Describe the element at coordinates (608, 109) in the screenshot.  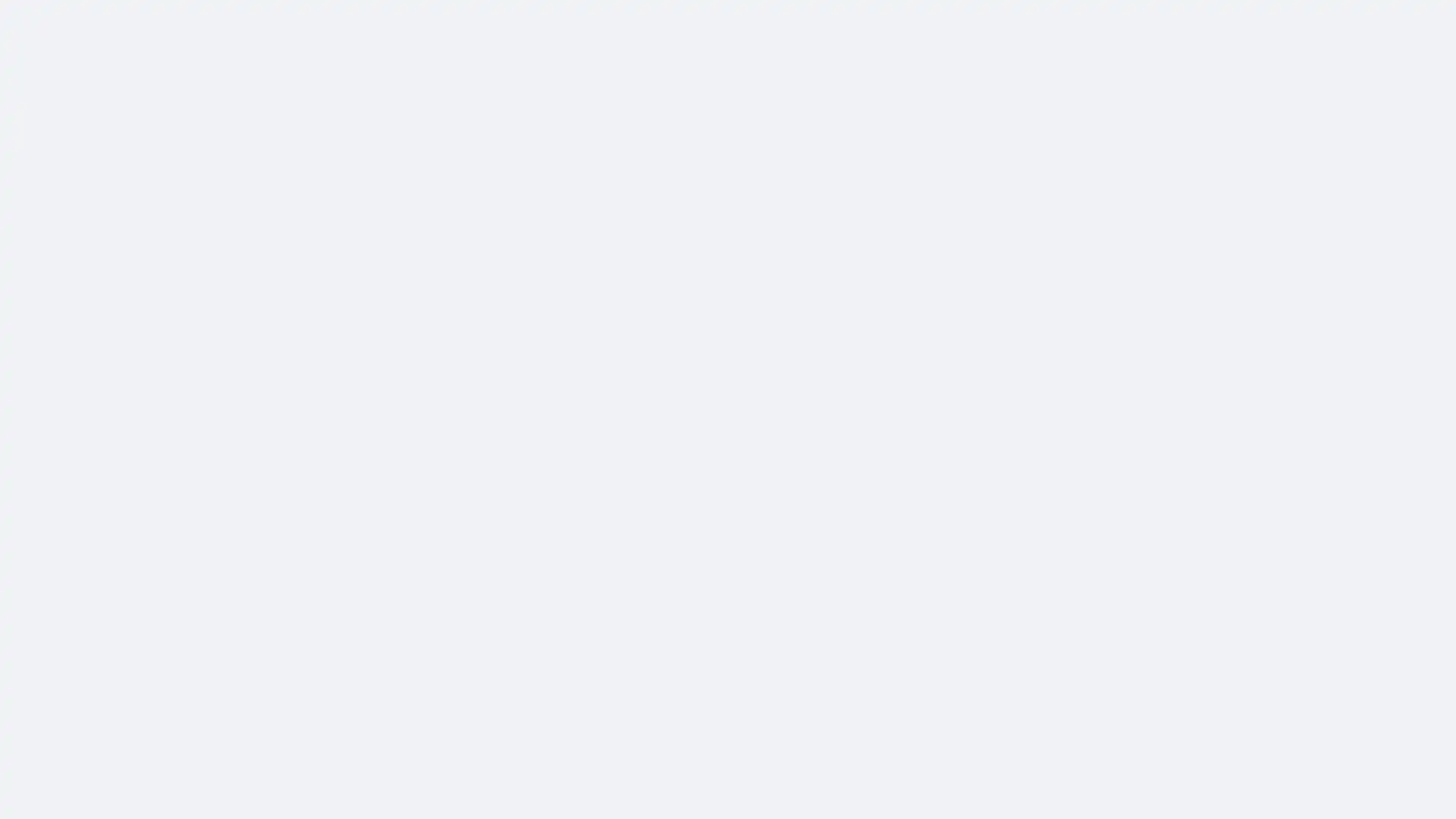
I see `Verified` at that location.